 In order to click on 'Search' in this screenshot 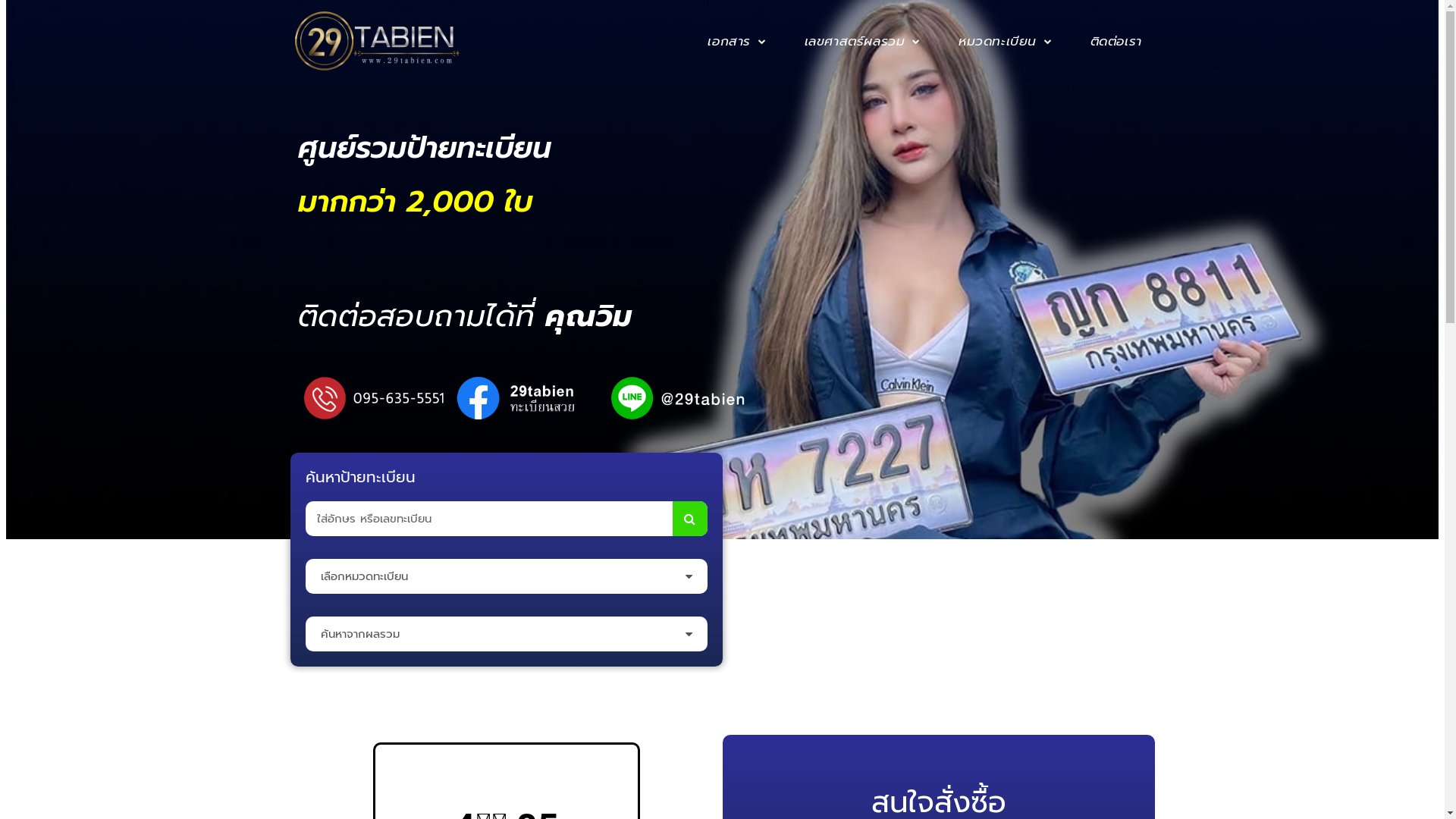, I will do `click(688, 517)`.